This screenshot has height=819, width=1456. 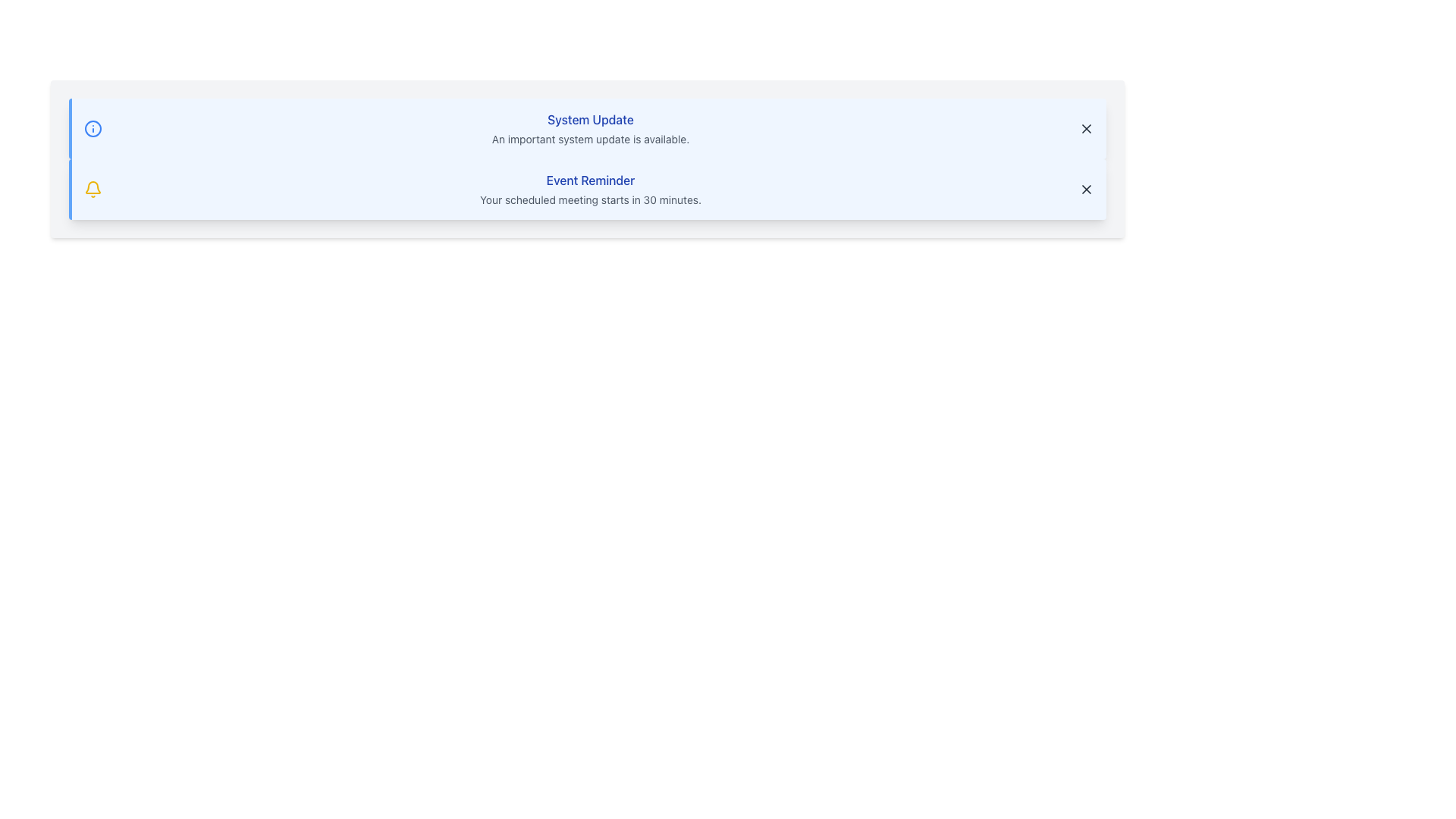 I want to click on the Notification Banner with the title 'System Update', so click(x=586, y=127).